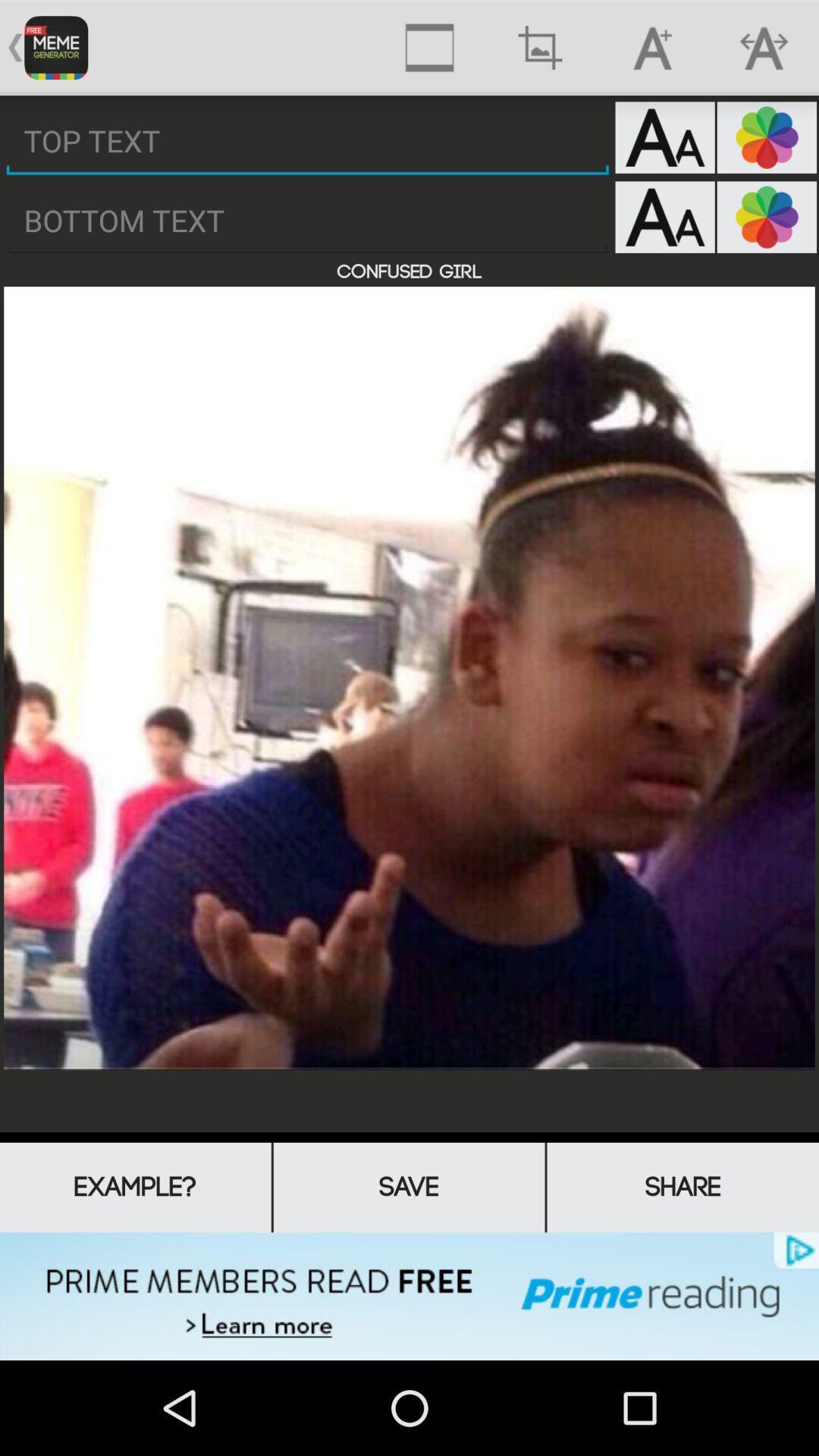 The image size is (819, 1456). I want to click on the font icon, so click(664, 147).